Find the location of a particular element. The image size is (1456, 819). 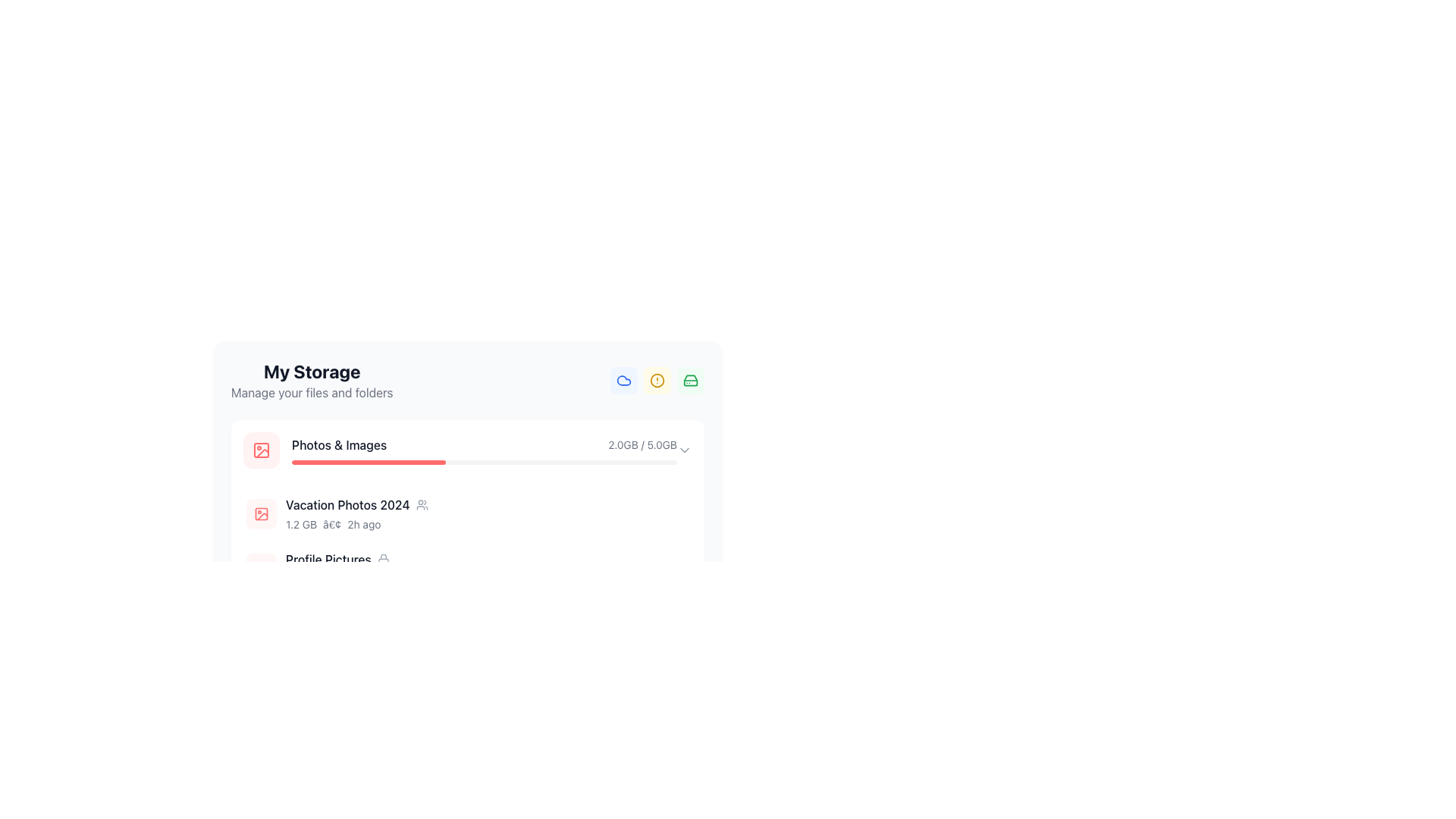

the list row component titled 'Vacation Photos 2024' in the 'My Storage' interface is located at coordinates (467, 513).